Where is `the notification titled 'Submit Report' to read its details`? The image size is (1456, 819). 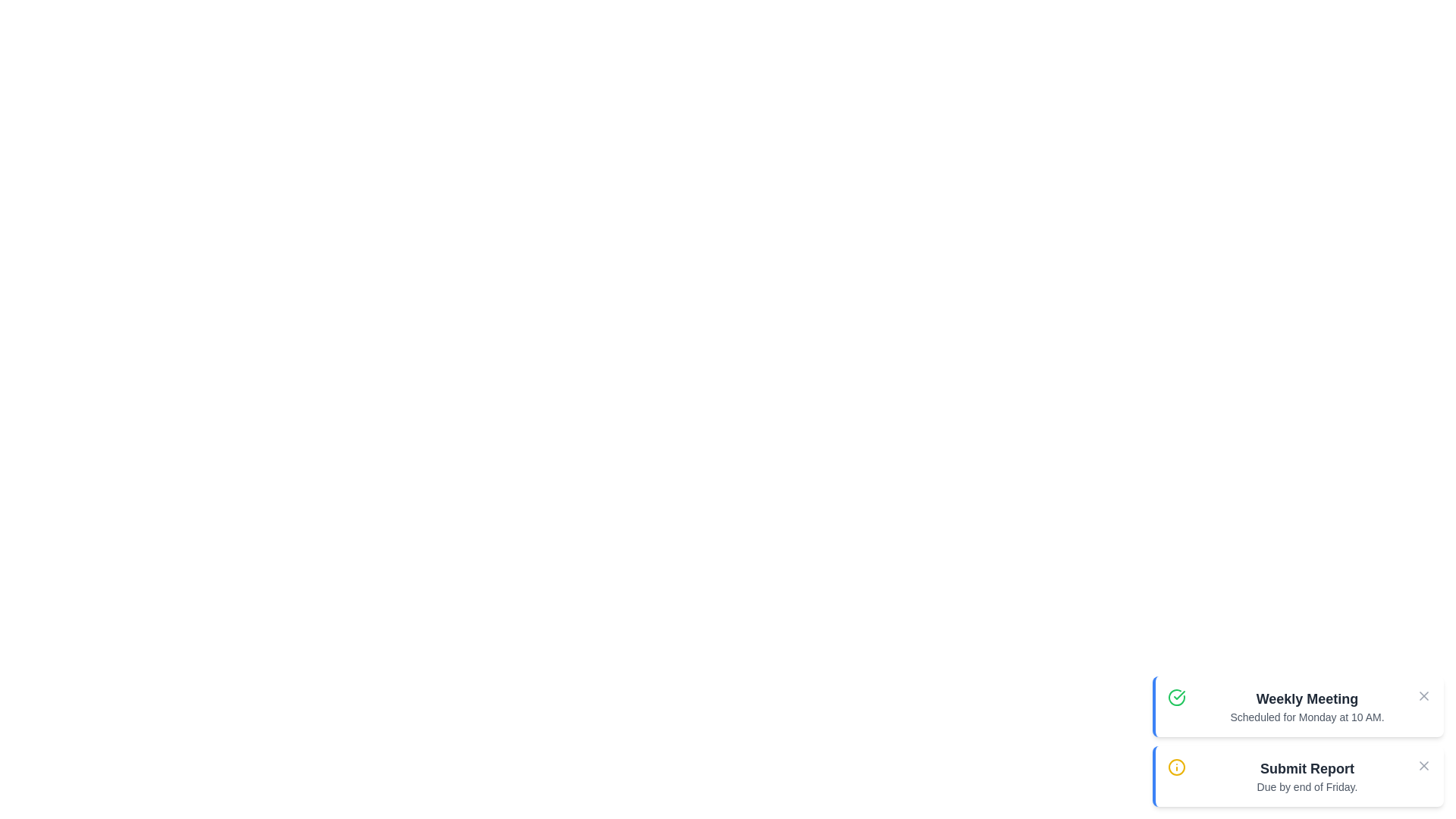
the notification titled 'Submit Report' to read its details is located at coordinates (1298, 776).